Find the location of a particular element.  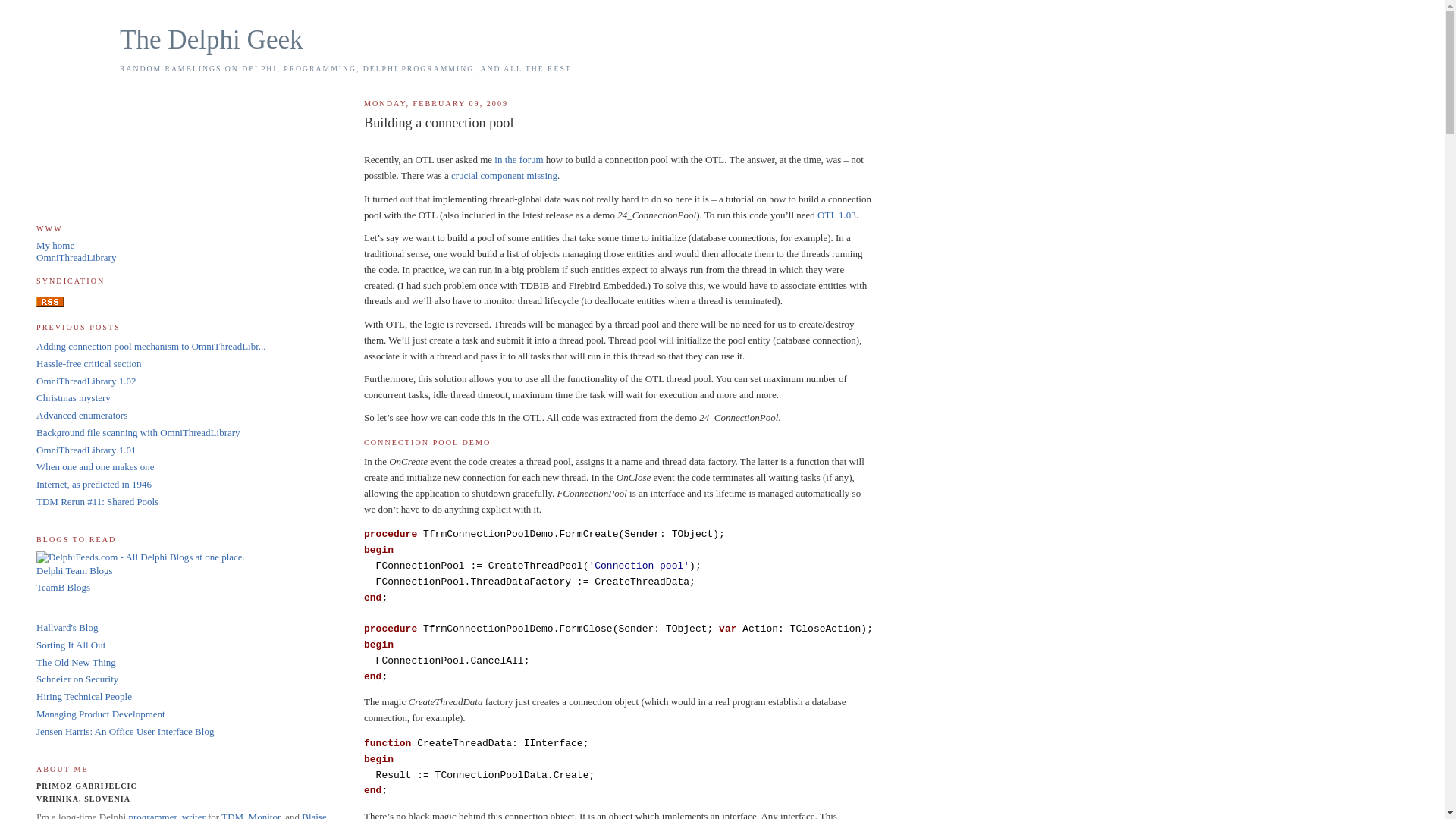

'My home' is located at coordinates (36, 244).